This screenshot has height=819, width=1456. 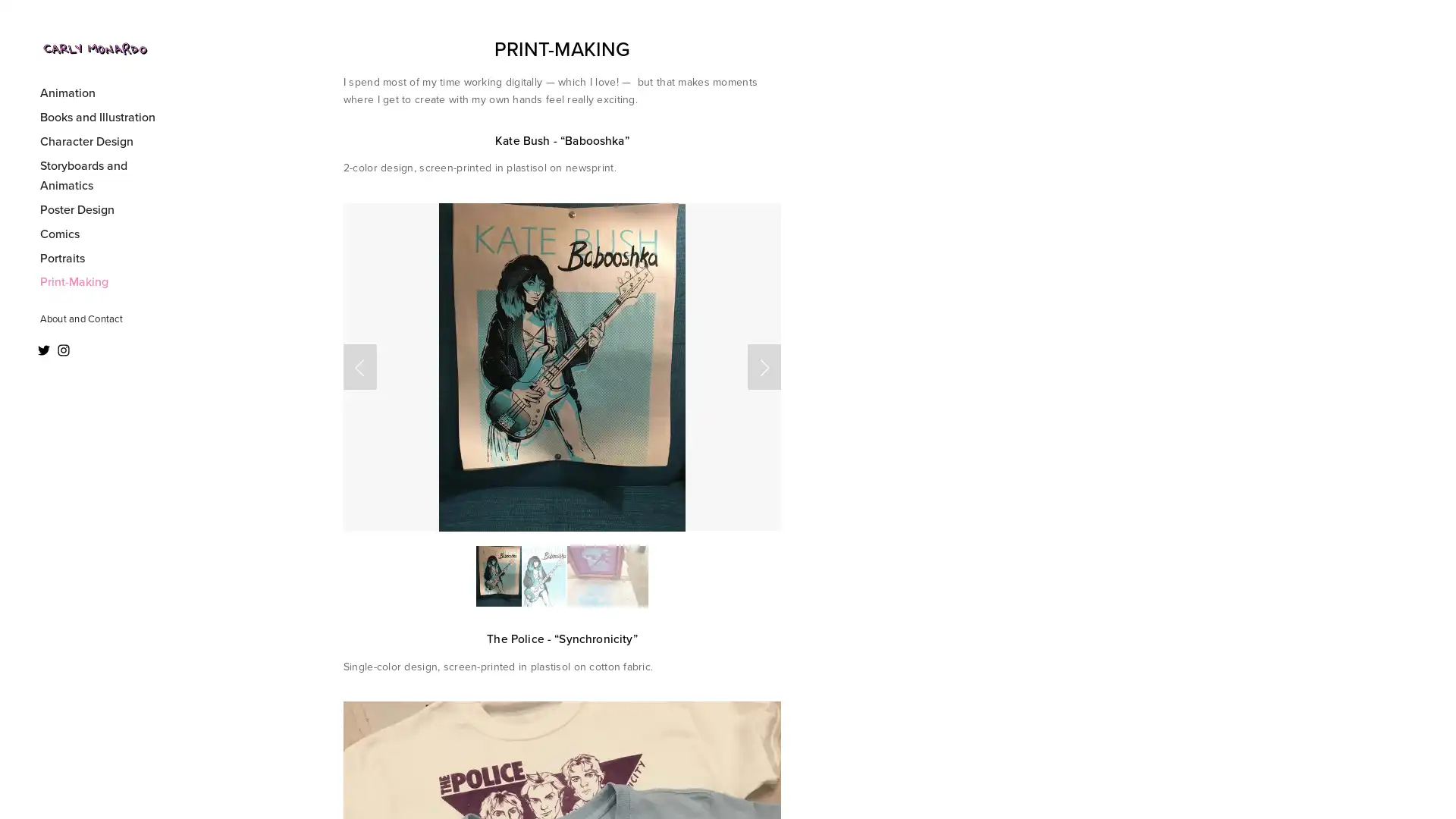 What do you see at coordinates (607, 576) in the screenshot?
I see `Slide 3` at bounding box center [607, 576].